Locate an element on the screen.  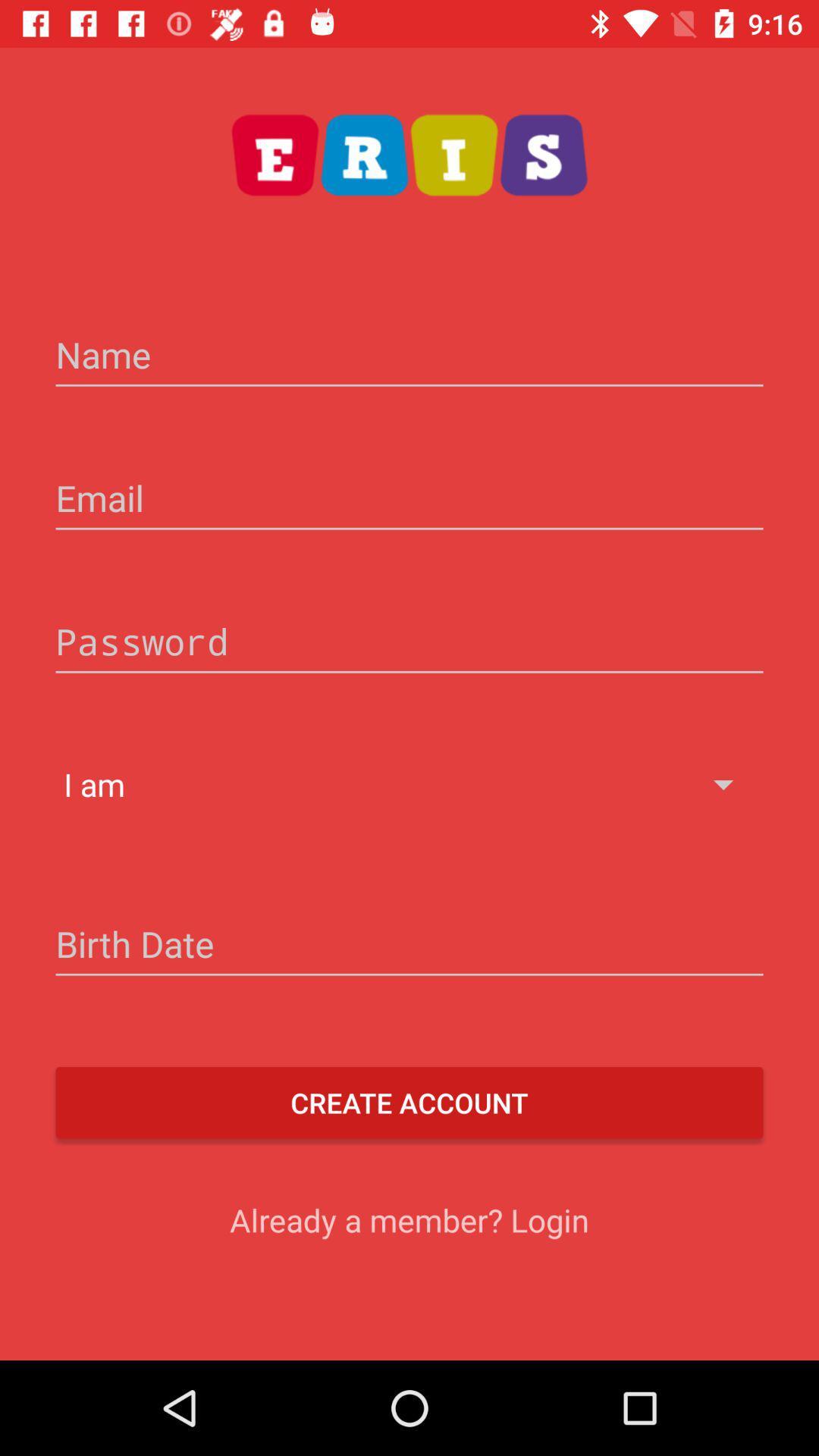
the icon below the i am icon is located at coordinates (409, 946).